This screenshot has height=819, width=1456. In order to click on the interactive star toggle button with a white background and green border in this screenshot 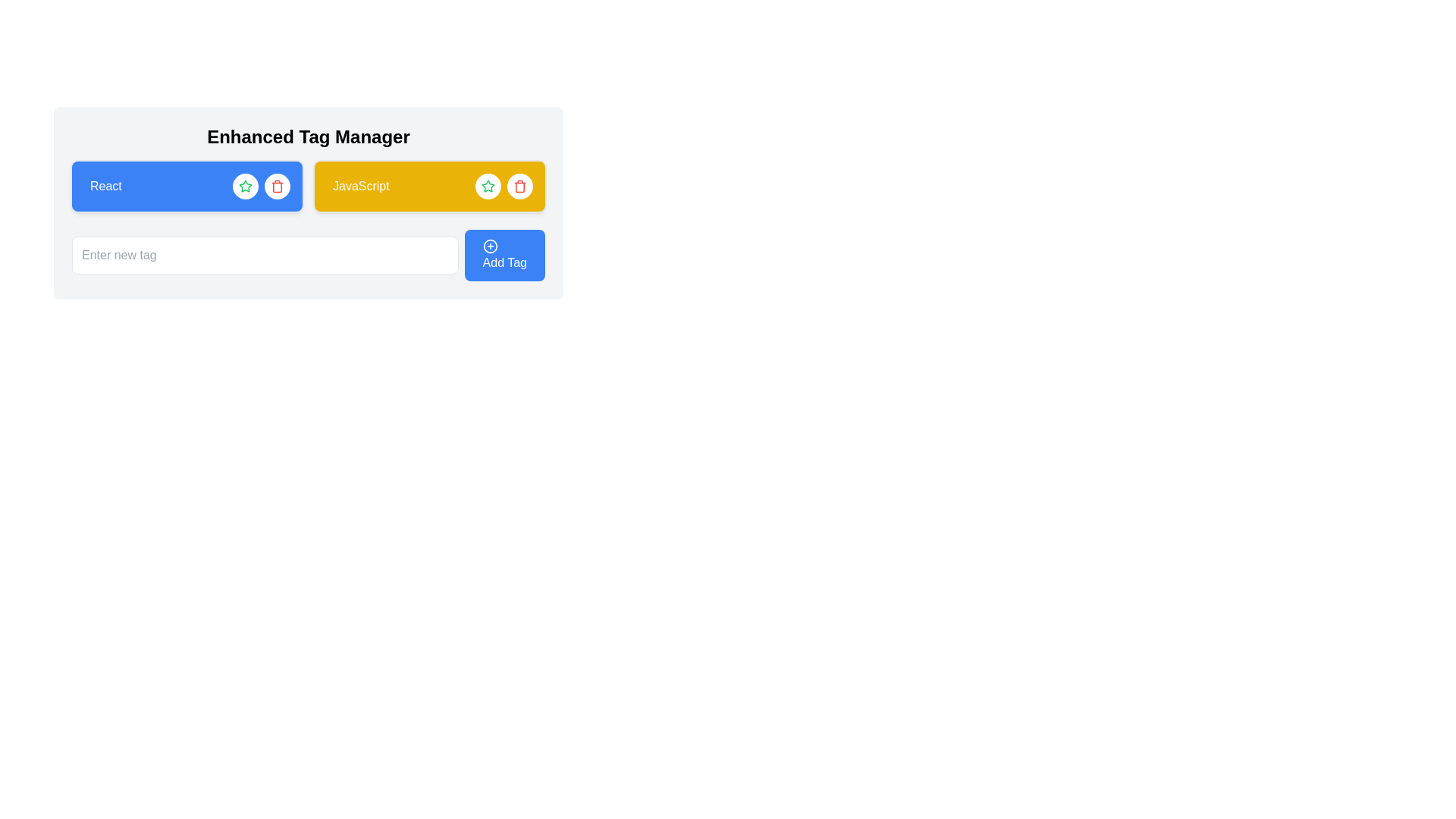, I will do `click(488, 186)`.